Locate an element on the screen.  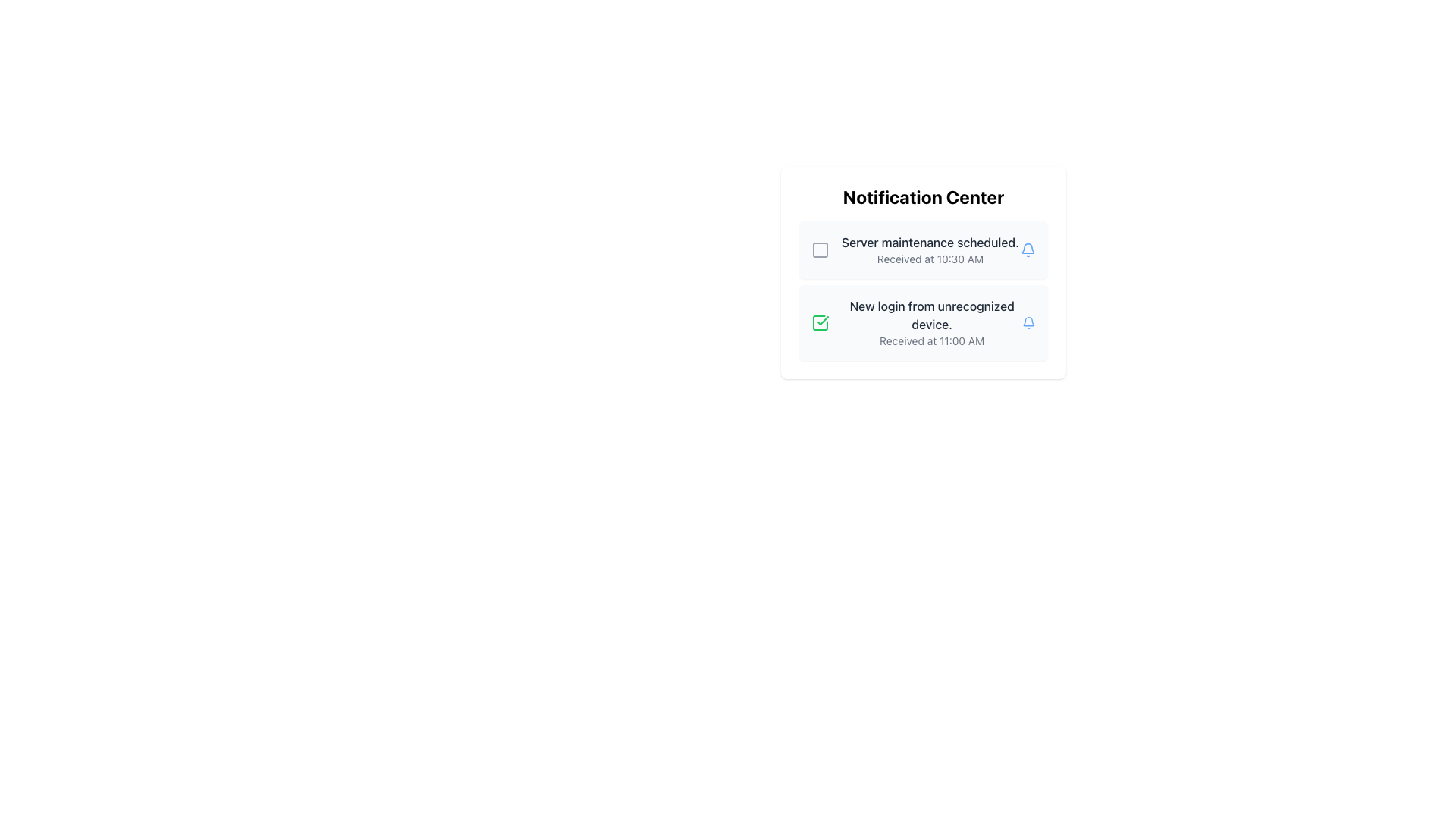
the checkbox or status indicator located in the notification card under the 'Notification Center' title, to the left of the text 'Server maintenance scheduled.' is located at coordinates (819, 249).